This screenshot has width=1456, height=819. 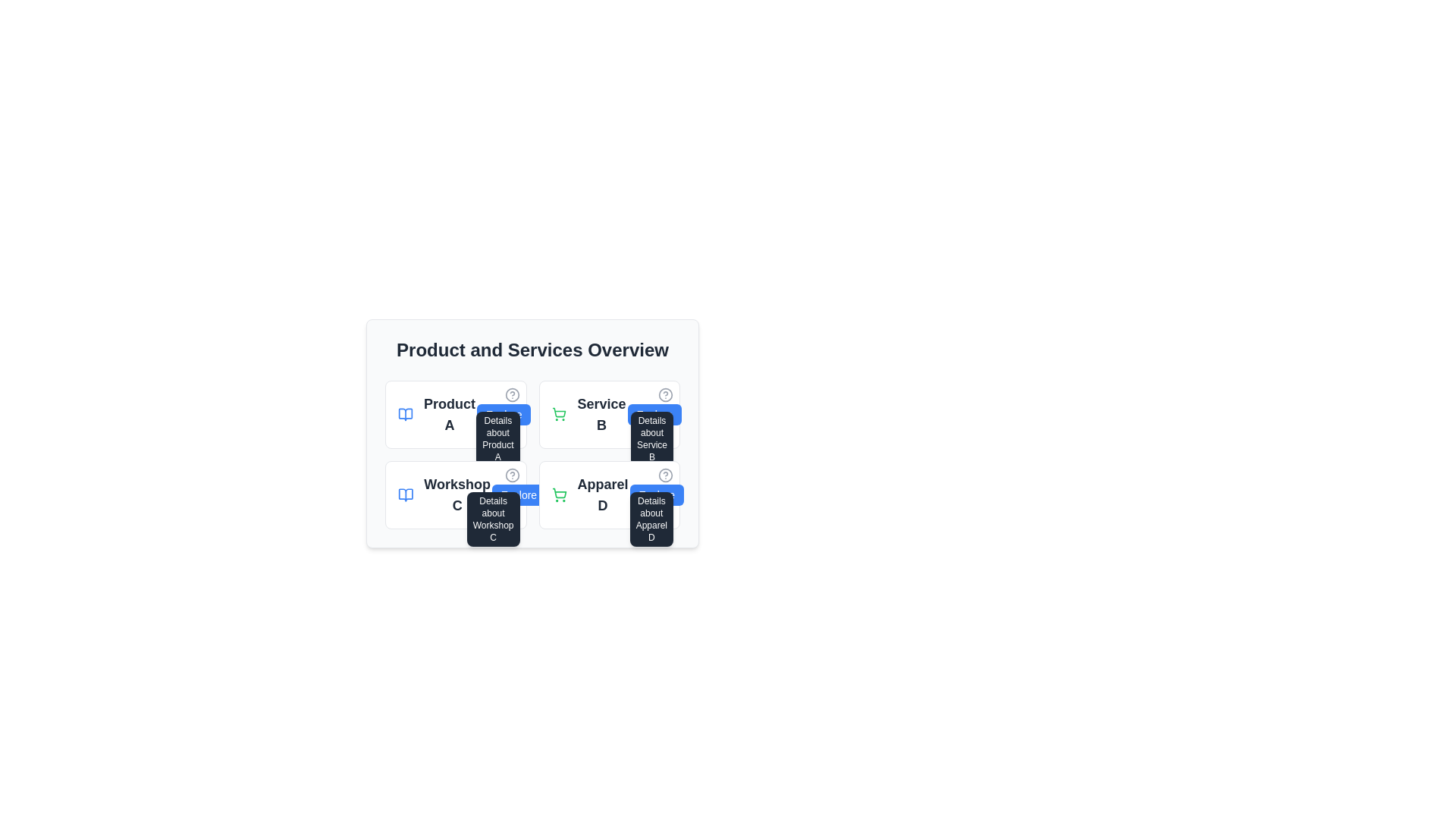 I want to click on the tooltip providing additional information about 'Service B', located adjacent to the top-right corner of the 'Service B' card in the 'Product and Services Overview' interface, so click(x=651, y=438).